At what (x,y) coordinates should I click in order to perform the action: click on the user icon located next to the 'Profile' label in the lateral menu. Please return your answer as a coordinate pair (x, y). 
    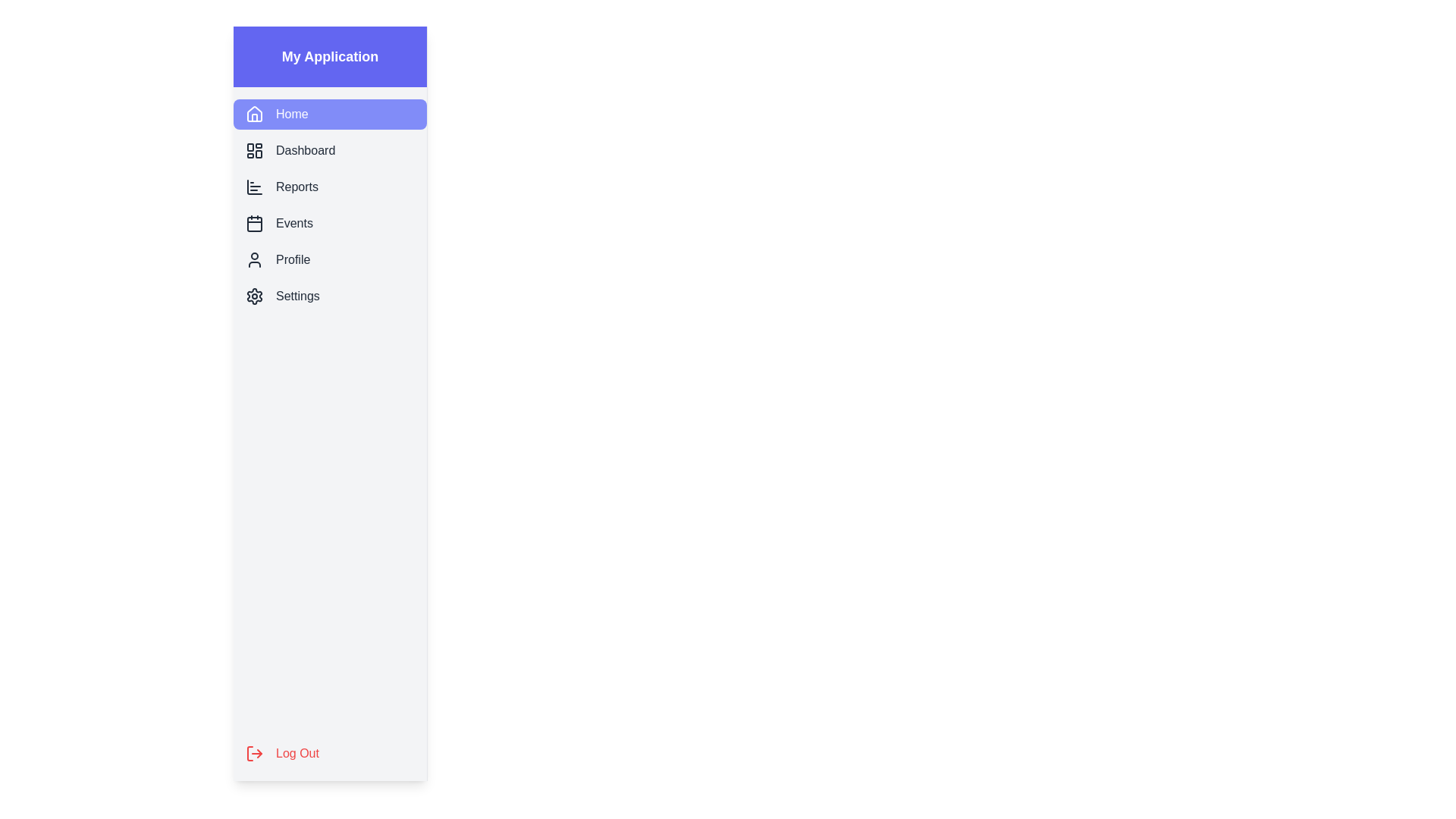
    Looking at the image, I should click on (255, 259).